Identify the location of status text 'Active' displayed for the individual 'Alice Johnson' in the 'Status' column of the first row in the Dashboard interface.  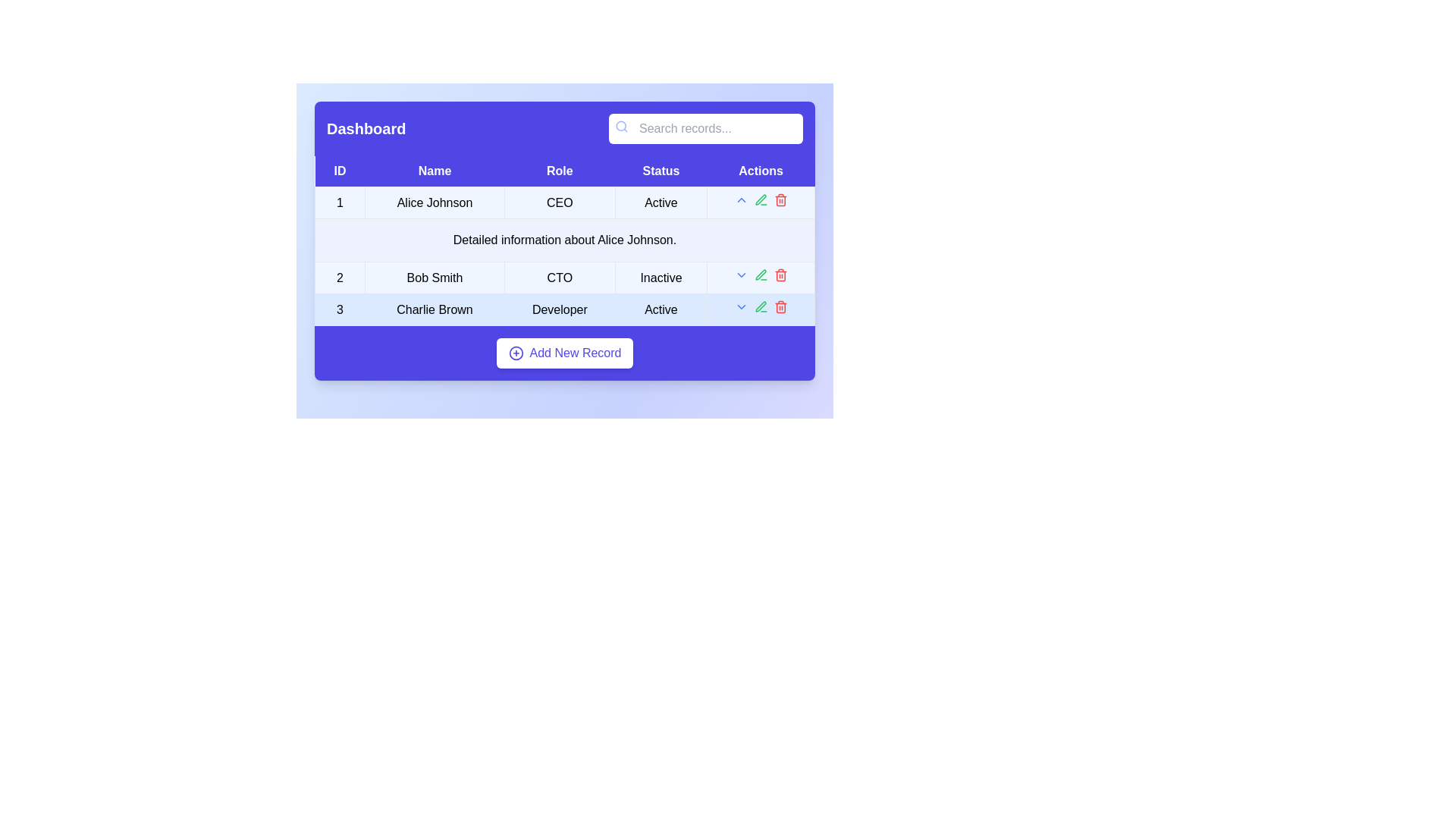
(661, 202).